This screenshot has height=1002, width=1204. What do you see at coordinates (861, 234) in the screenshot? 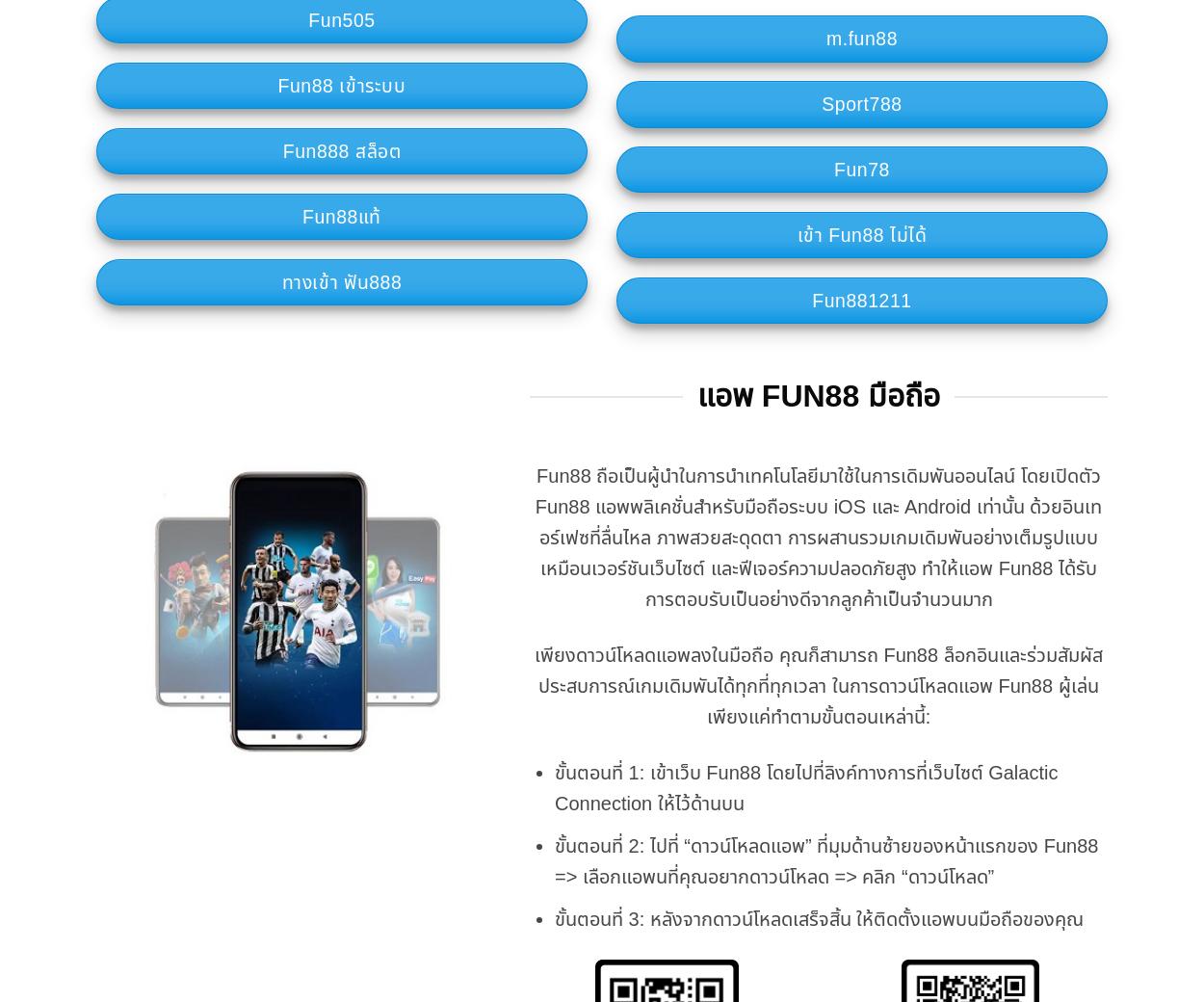
I see `'เข้า Fun88 ไม่ได้'` at bounding box center [861, 234].